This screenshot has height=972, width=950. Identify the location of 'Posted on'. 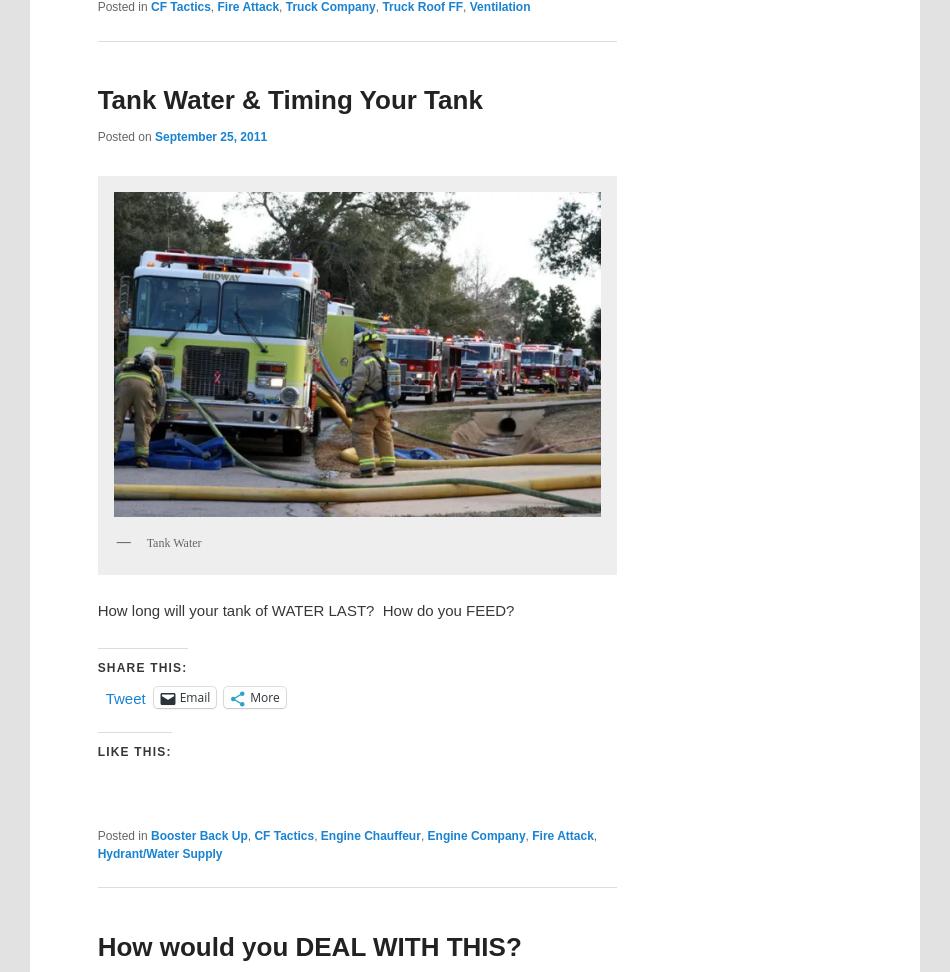
(125, 136).